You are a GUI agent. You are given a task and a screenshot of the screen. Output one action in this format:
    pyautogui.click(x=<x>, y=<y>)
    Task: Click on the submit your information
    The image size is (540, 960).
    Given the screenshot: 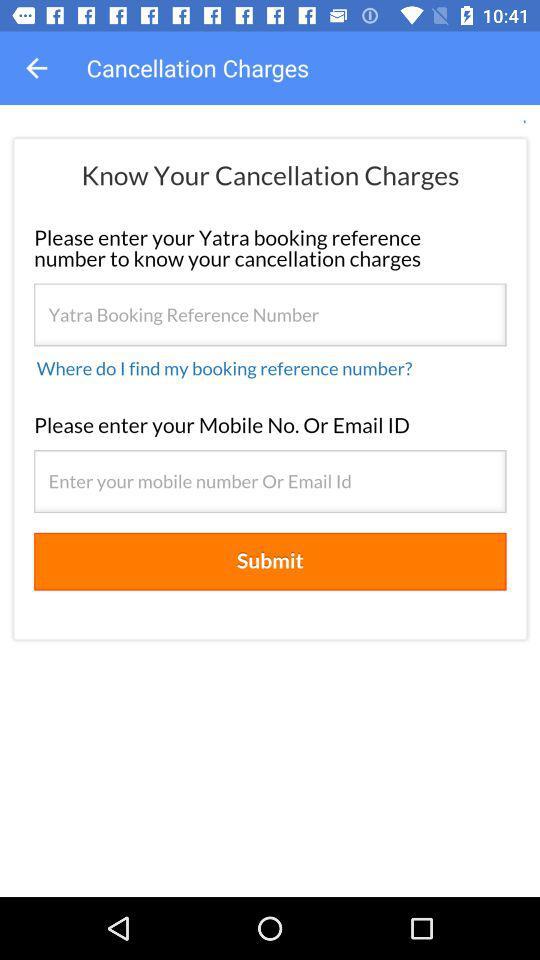 What is the action you would take?
    pyautogui.click(x=270, y=500)
    